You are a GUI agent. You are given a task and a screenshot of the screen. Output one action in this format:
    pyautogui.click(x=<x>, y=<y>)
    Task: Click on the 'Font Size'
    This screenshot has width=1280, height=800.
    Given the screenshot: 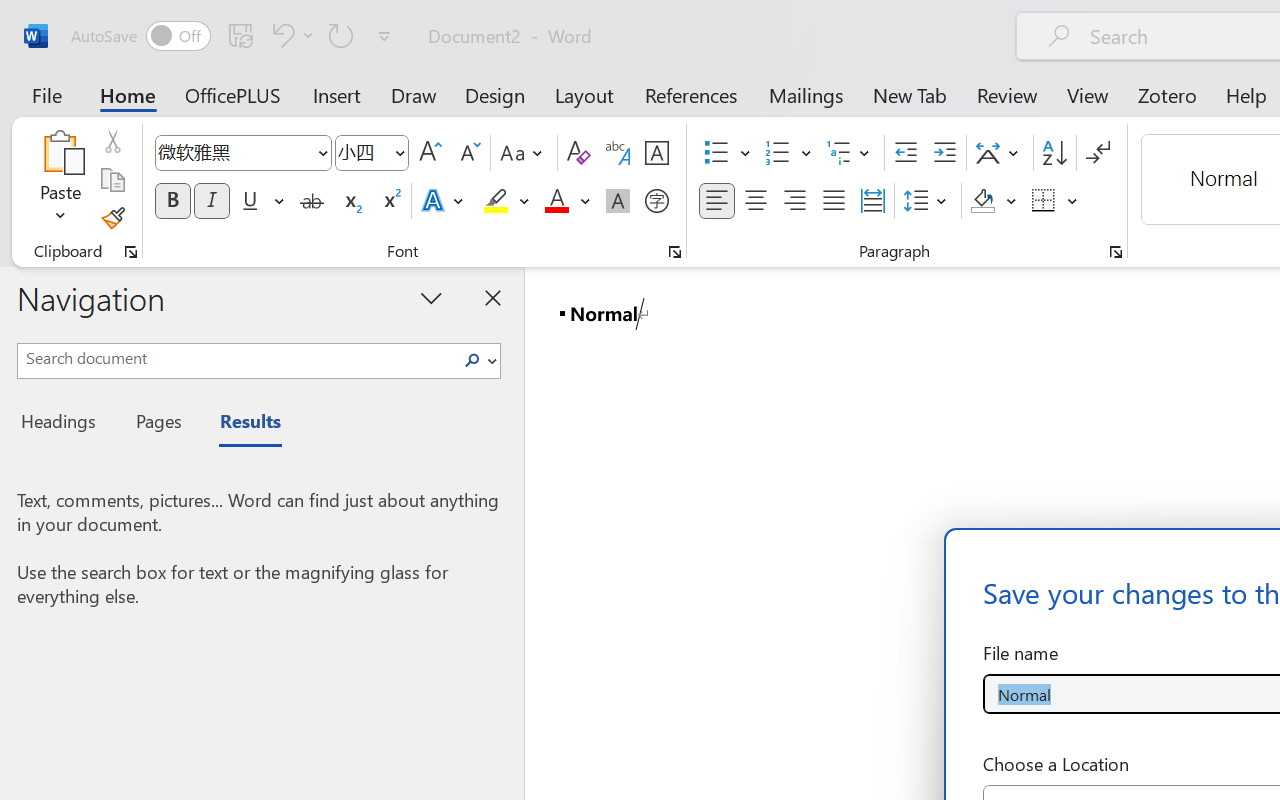 What is the action you would take?
    pyautogui.click(x=362, y=152)
    